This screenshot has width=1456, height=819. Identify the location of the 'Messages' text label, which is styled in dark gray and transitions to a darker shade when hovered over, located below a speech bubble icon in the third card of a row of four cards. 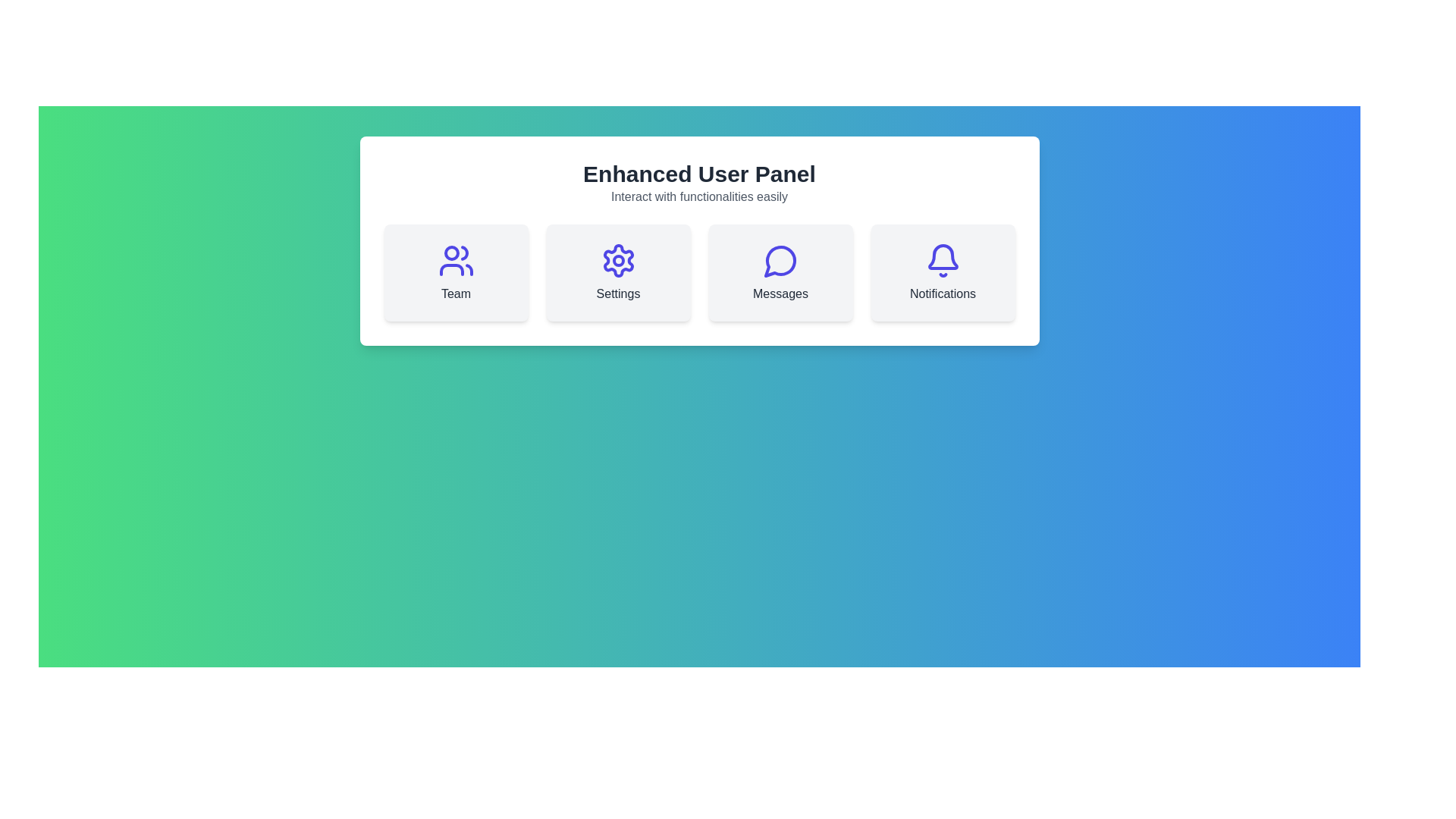
(780, 294).